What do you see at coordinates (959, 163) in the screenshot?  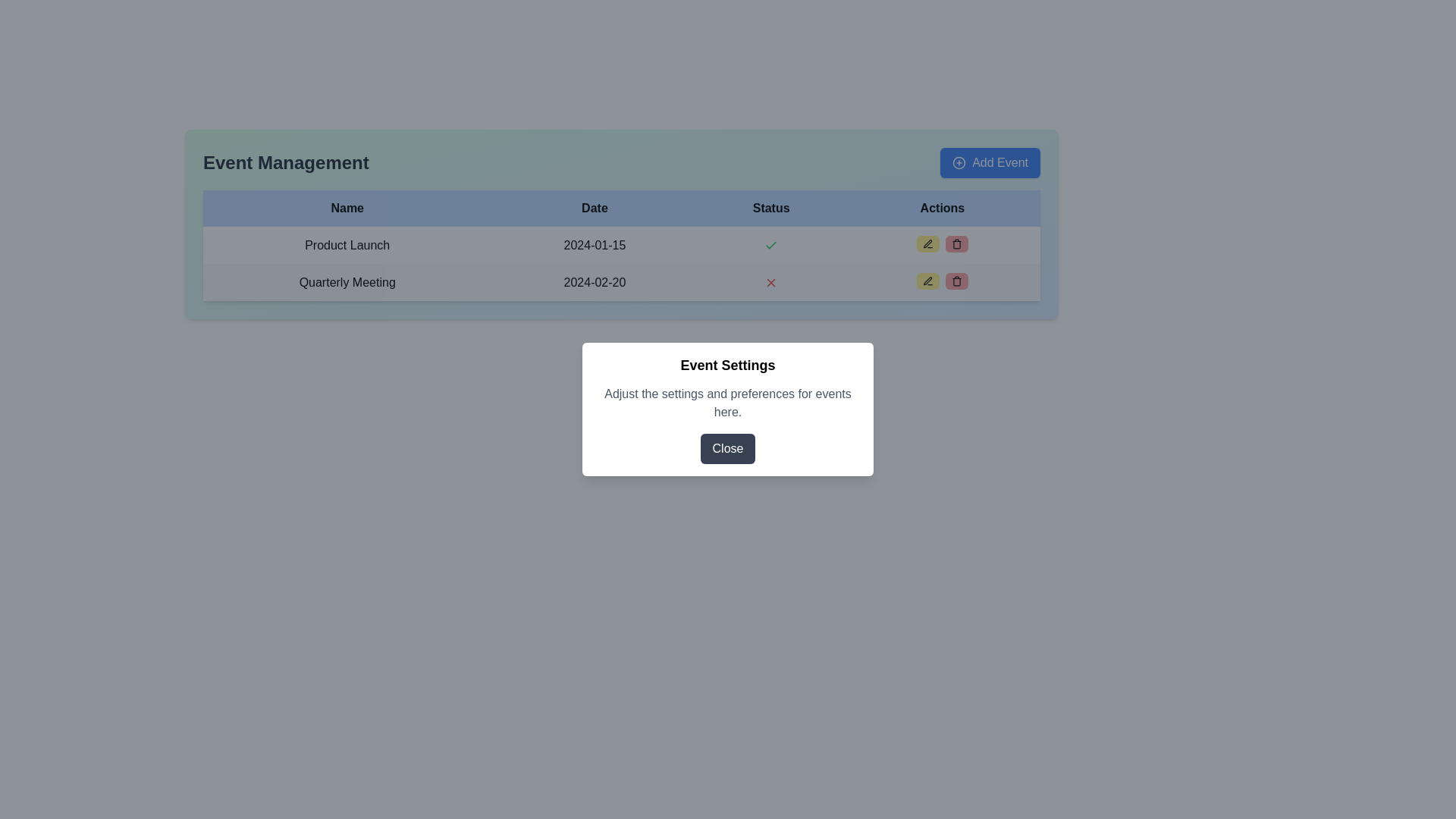 I see `the circular icon within the 'Add Event' button located in the top-right corner of the event management section` at bounding box center [959, 163].